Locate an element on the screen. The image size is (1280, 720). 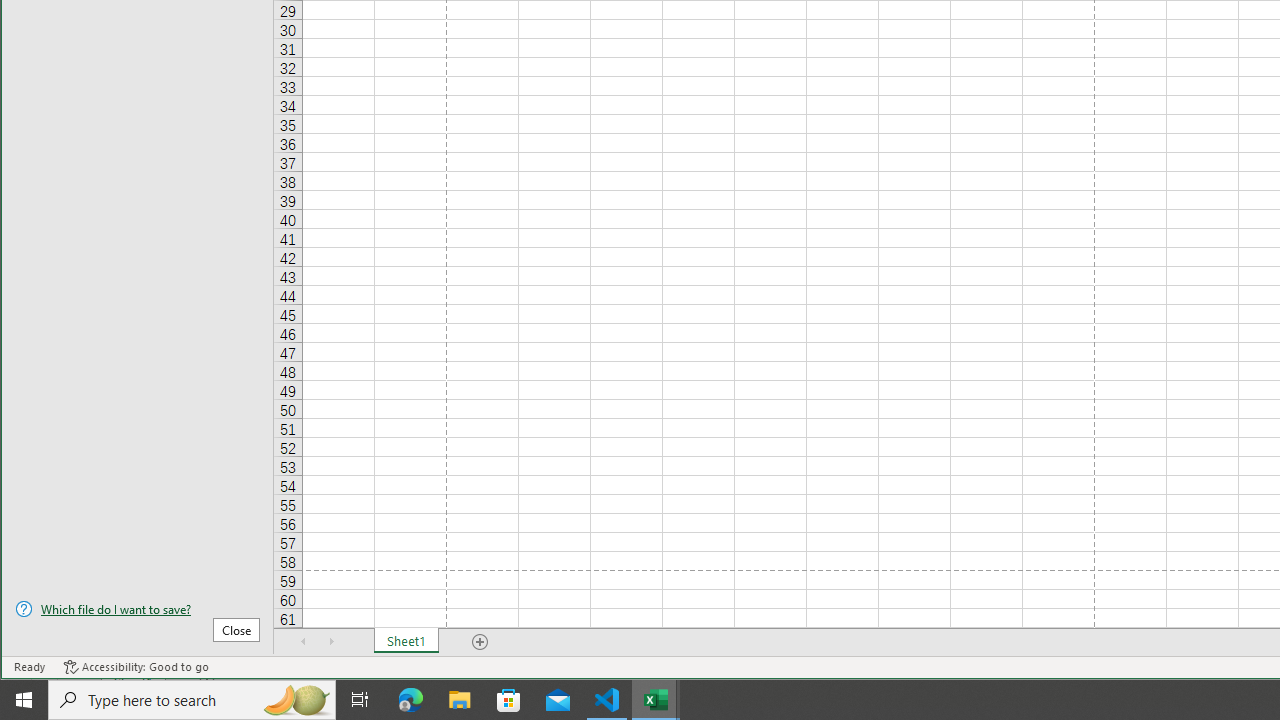
'Search highlights icon opens search home window' is located at coordinates (294, 698).